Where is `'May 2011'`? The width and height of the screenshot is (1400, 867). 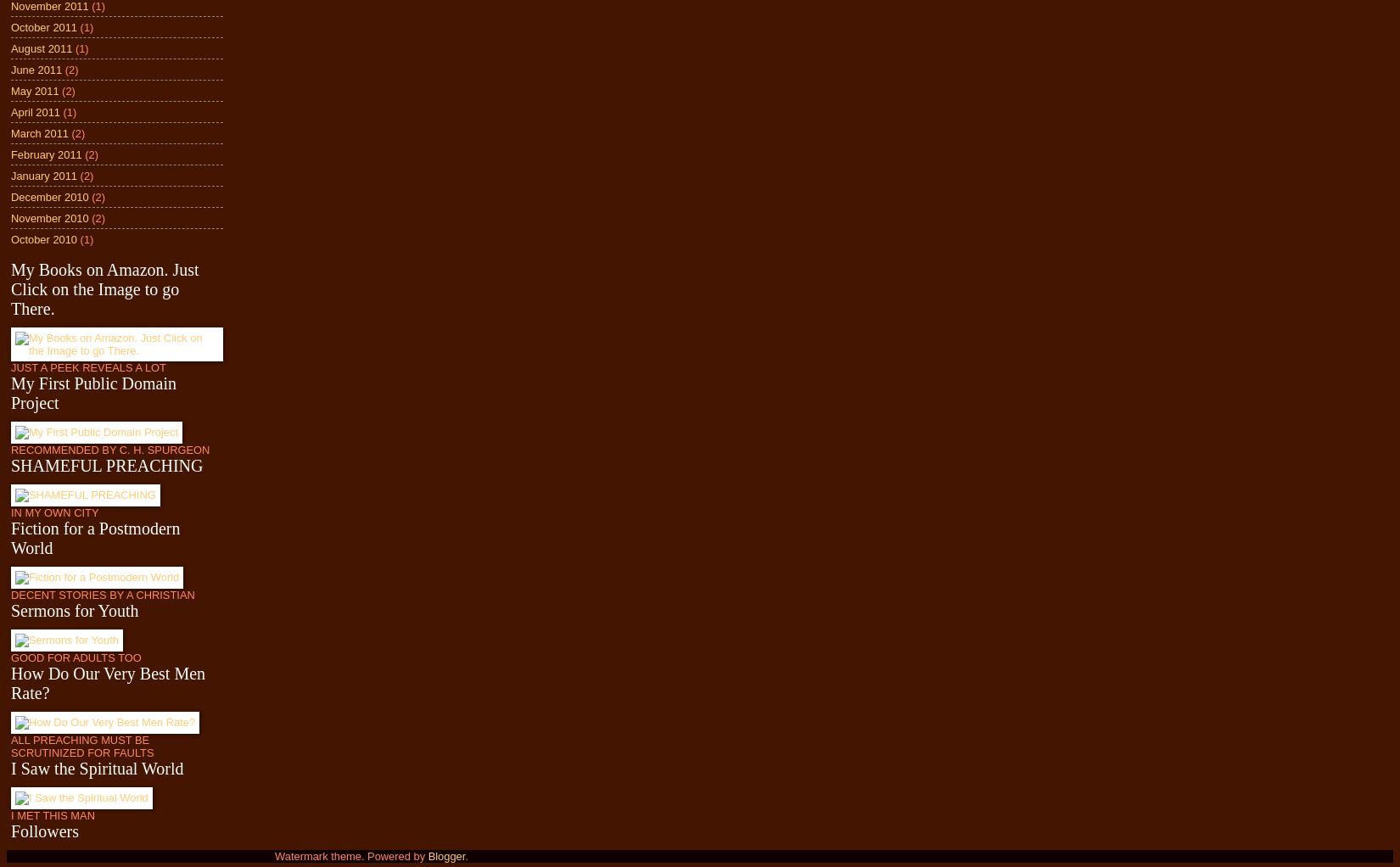 'May 2011' is located at coordinates (34, 89).